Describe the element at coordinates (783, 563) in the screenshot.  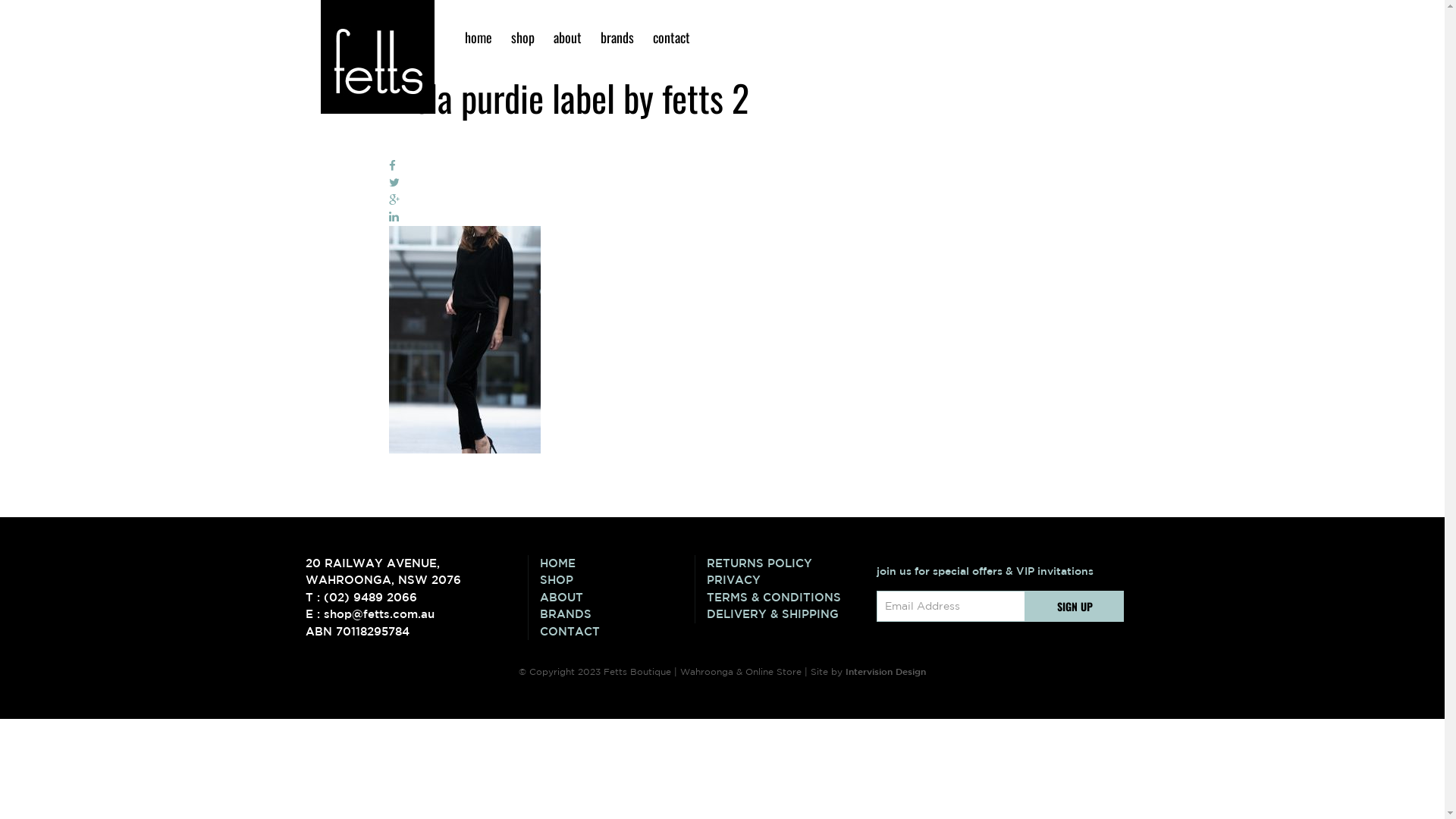
I see `'RETURNS POLICY'` at that location.